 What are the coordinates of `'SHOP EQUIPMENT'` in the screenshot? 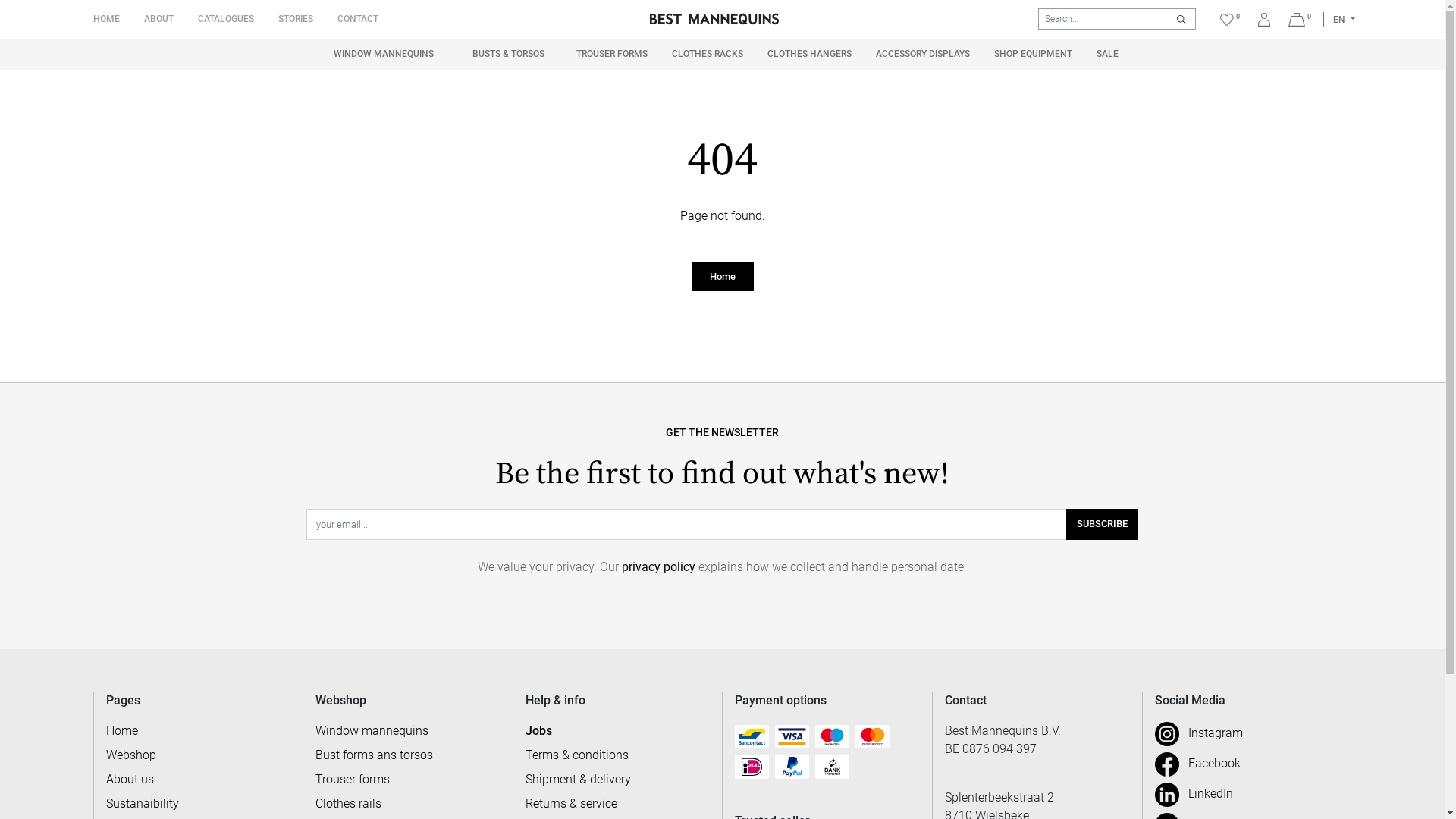 It's located at (1032, 52).